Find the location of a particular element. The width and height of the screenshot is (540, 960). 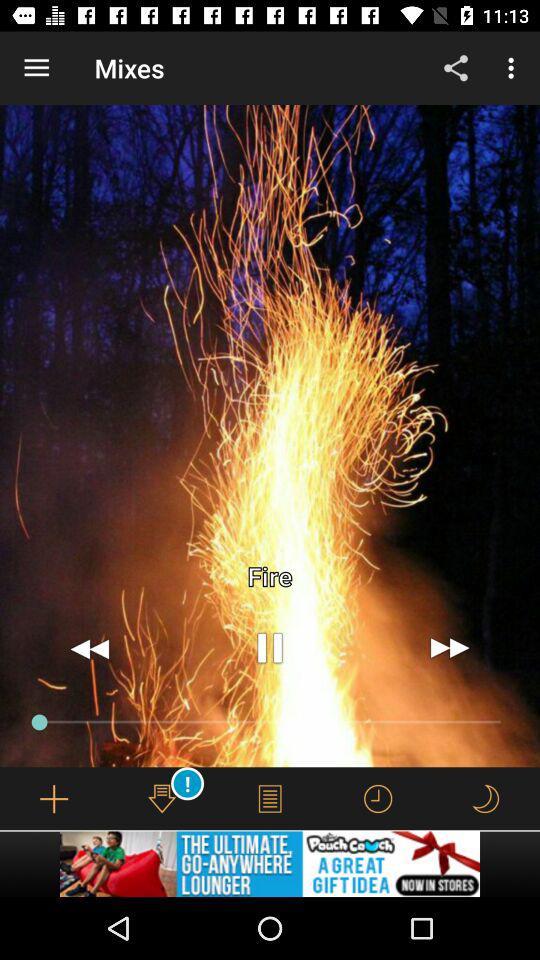

fast foward is located at coordinates (449, 647).